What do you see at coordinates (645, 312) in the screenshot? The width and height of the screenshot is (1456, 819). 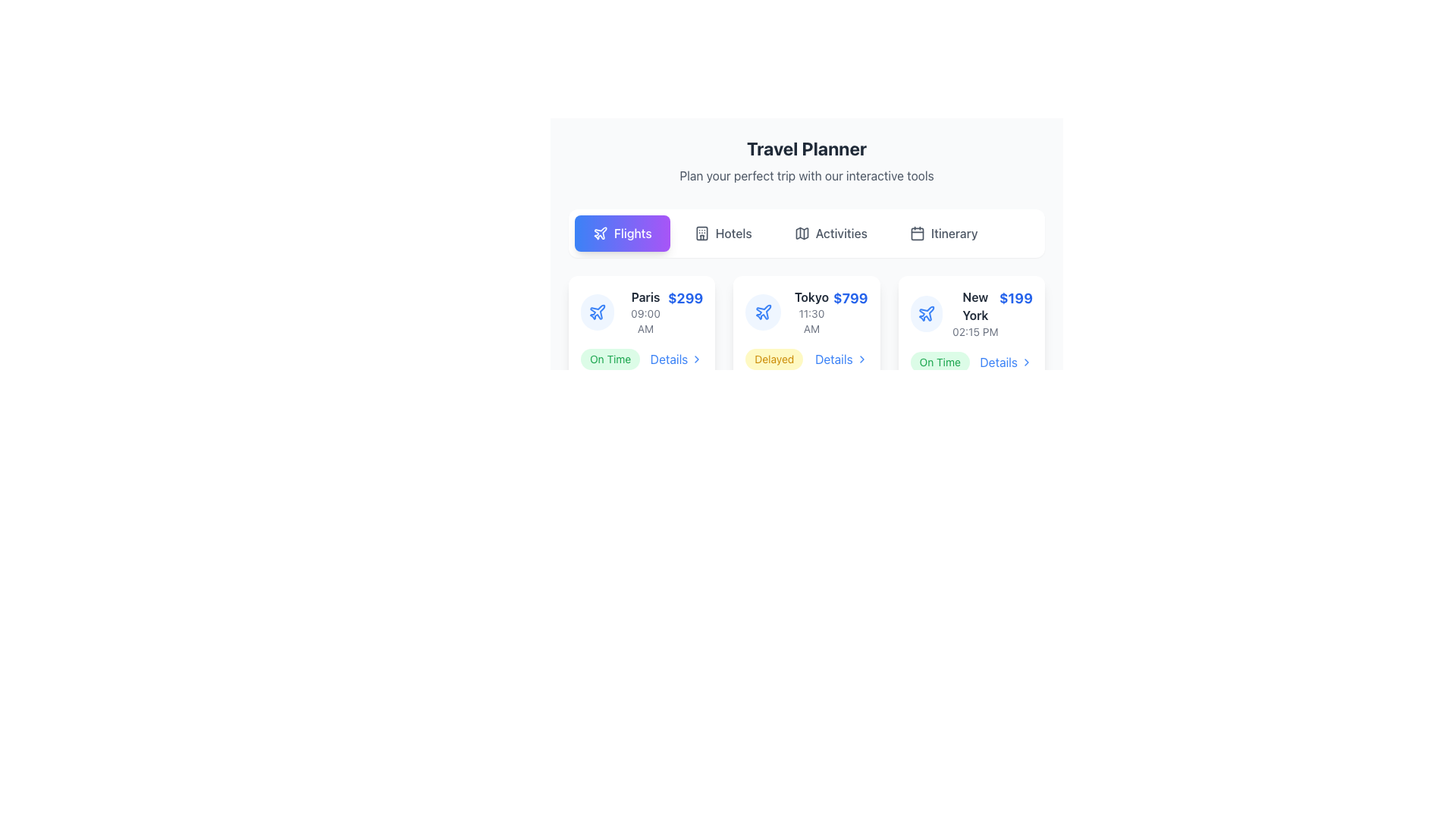 I see `displayed text of the text display element showing 'Paris' and '09:00 AM' located in the first flight option panel under the 'Flights' tab` at bounding box center [645, 312].